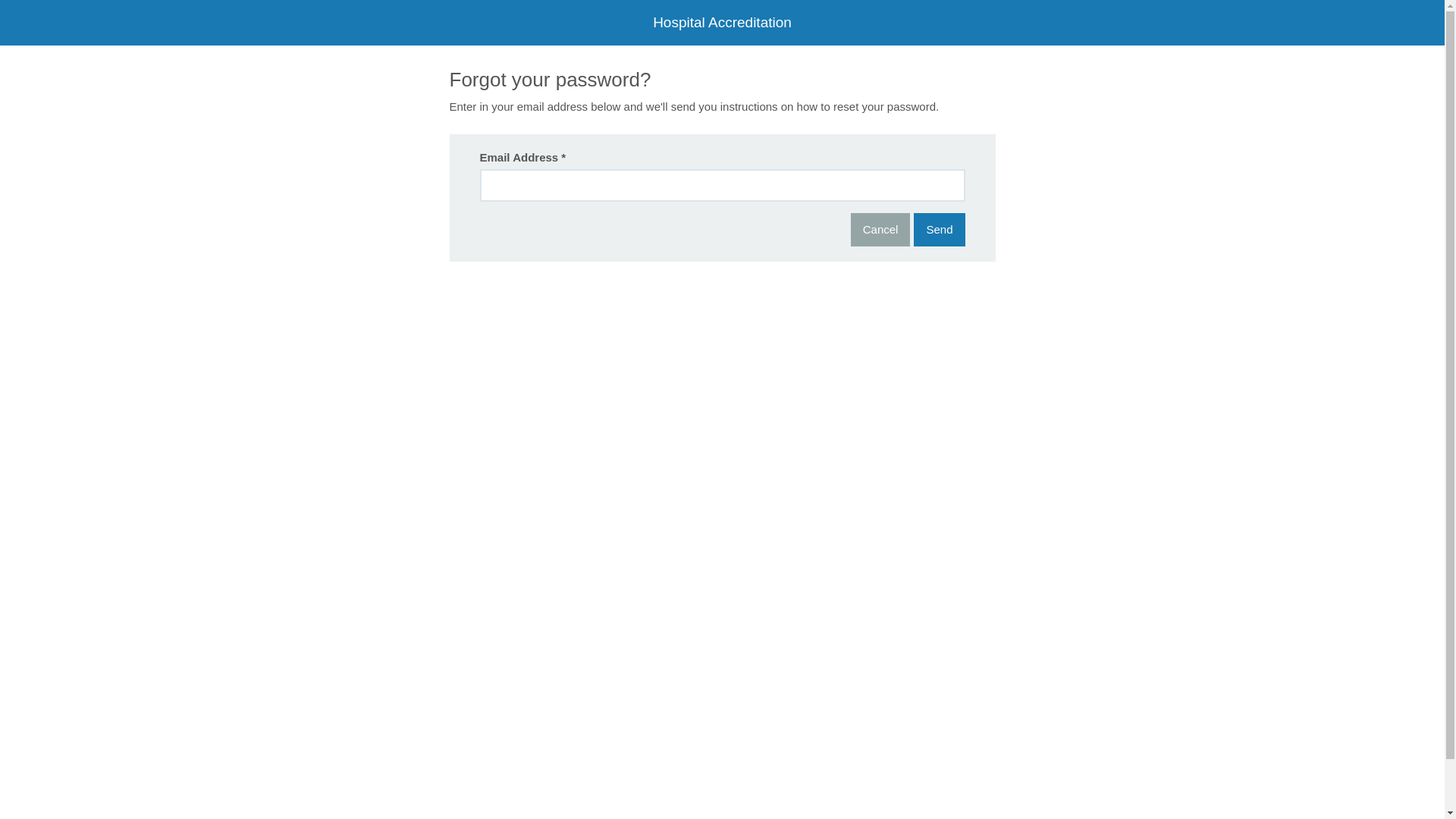 The width and height of the screenshot is (1456, 819). I want to click on 'Cancel', so click(880, 229).